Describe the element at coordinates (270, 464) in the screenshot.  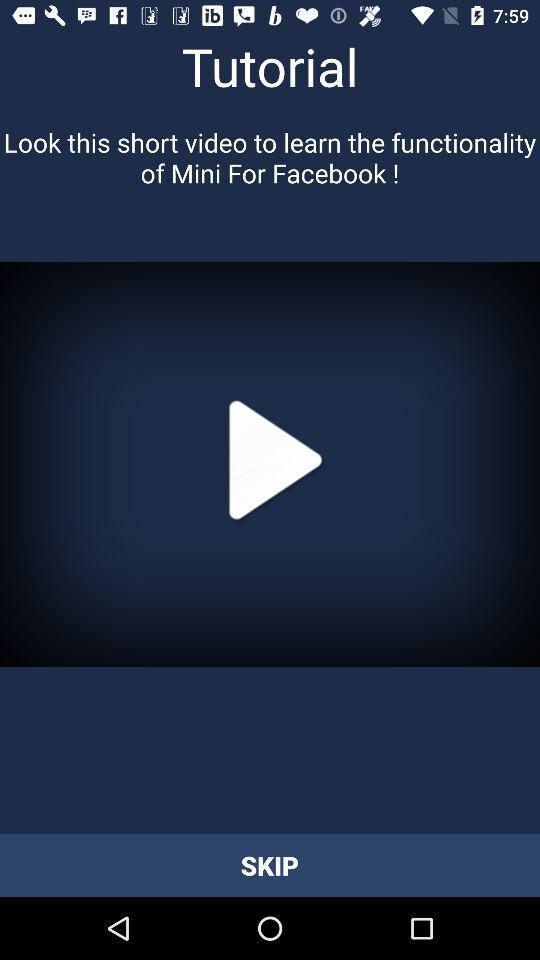
I see `the button above skip button` at that location.